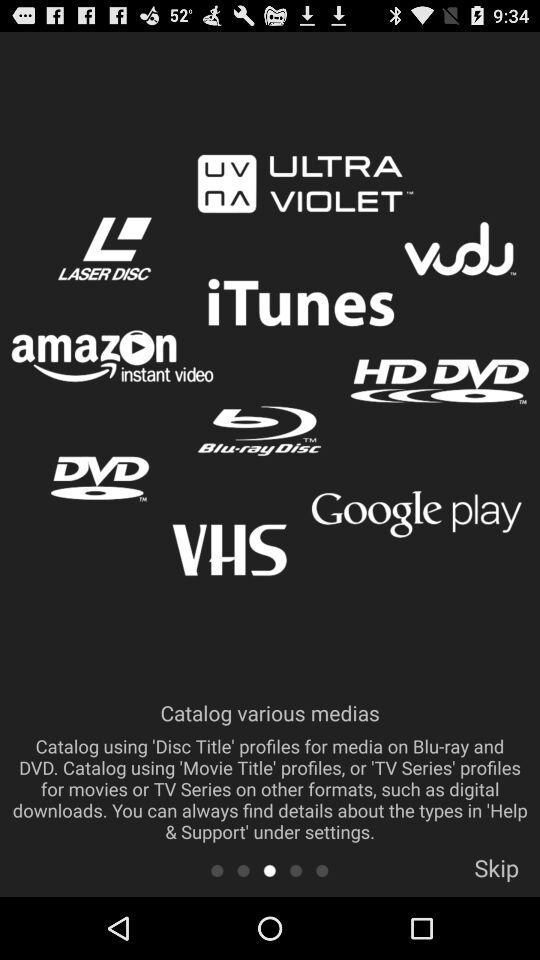 The width and height of the screenshot is (540, 960). Describe the element at coordinates (322, 869) in the screenshot. I see `icon next to skip` at that location.